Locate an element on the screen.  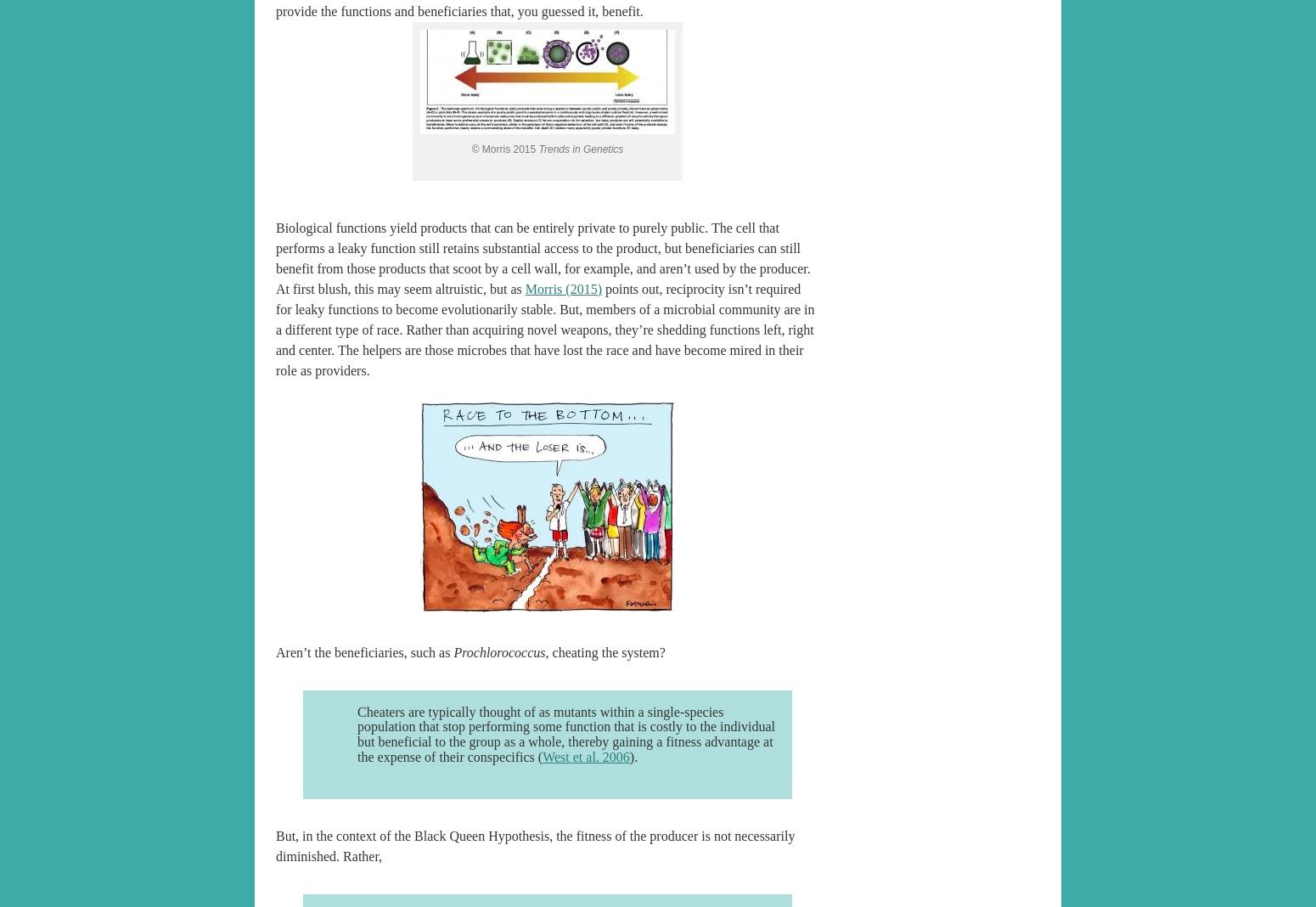
', cheating the system?' is located at coordinates (605, 651).